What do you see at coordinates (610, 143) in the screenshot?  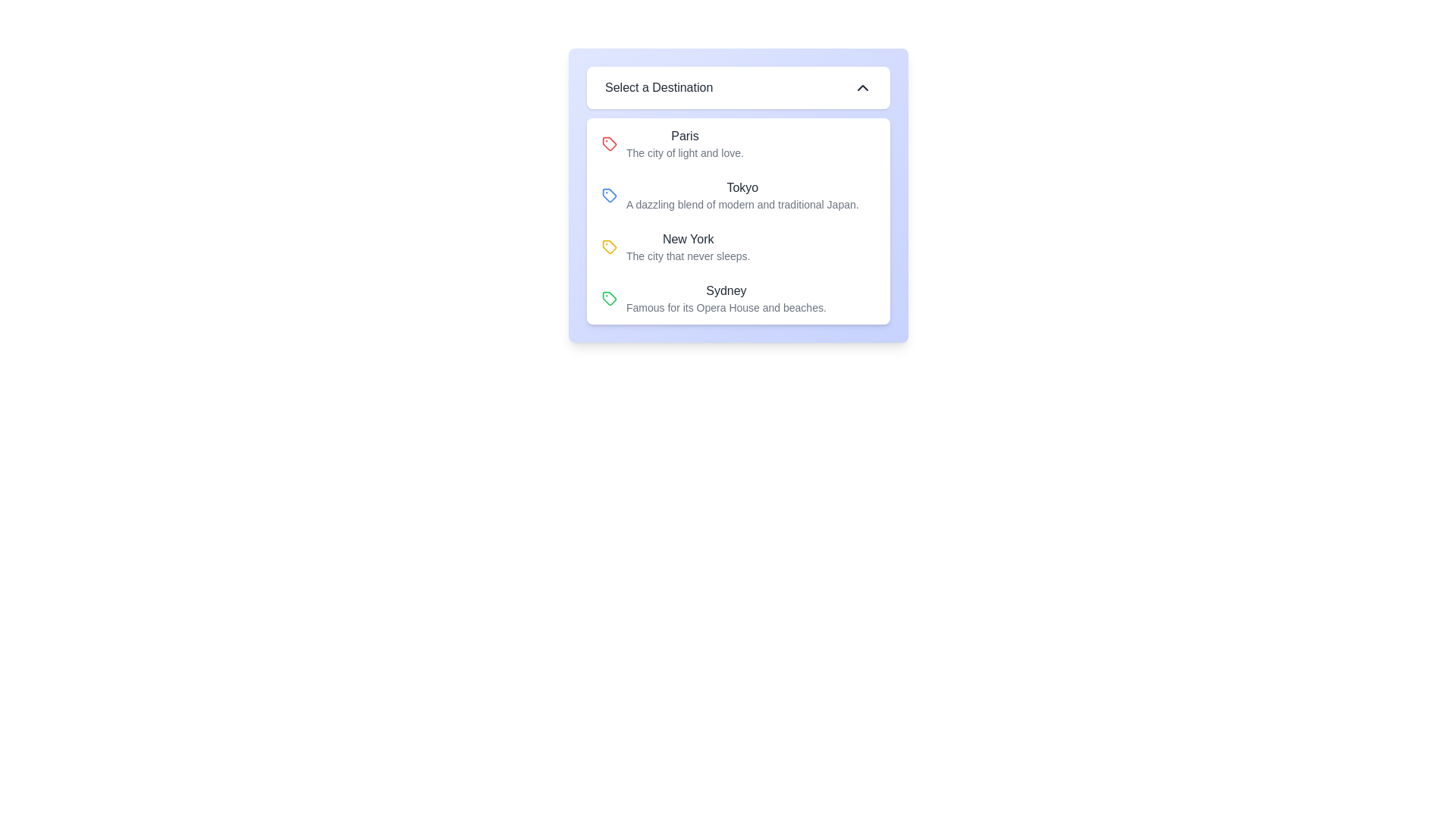 I see `the 'Paris' destination icon, which is a tag-like shape located below the 'Select a Destination' heading, and is the first graphical element next to the text 'Paris'` at bounding box center [610, 143].